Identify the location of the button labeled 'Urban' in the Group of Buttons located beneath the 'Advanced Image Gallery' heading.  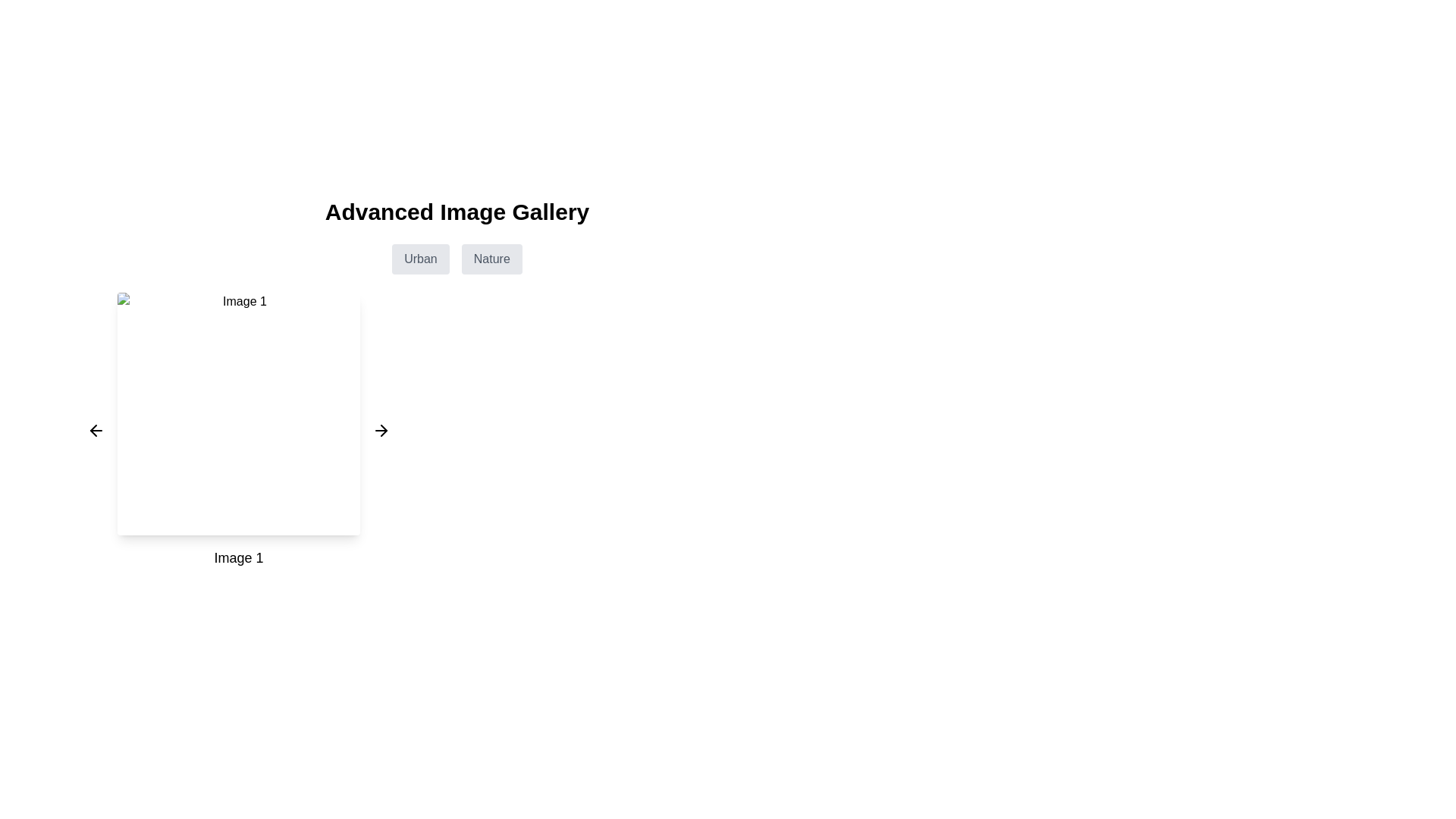
(457, 259).